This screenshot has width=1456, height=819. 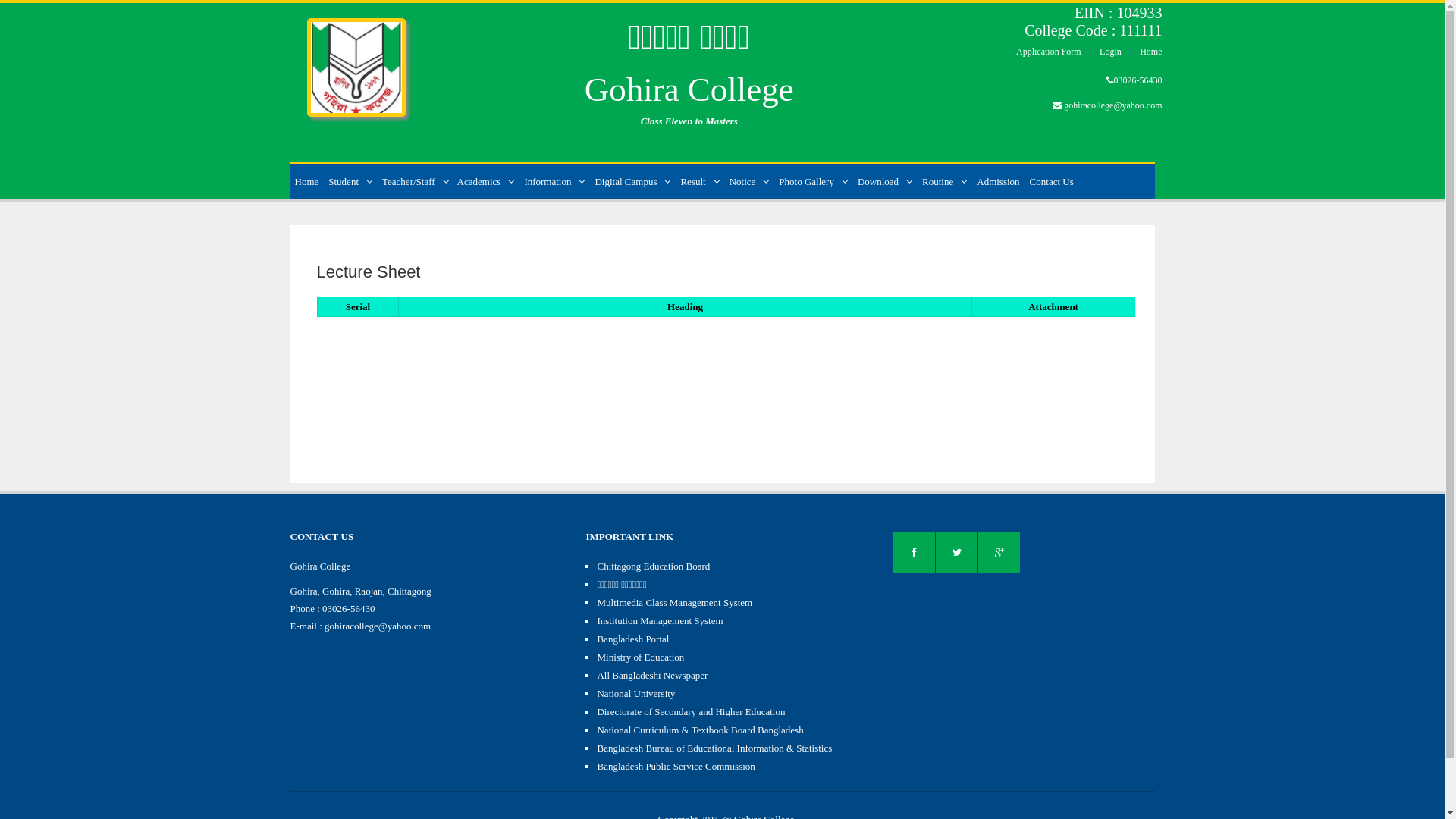 I want to click on 'Institution Management System', so click(x=659, y=620).